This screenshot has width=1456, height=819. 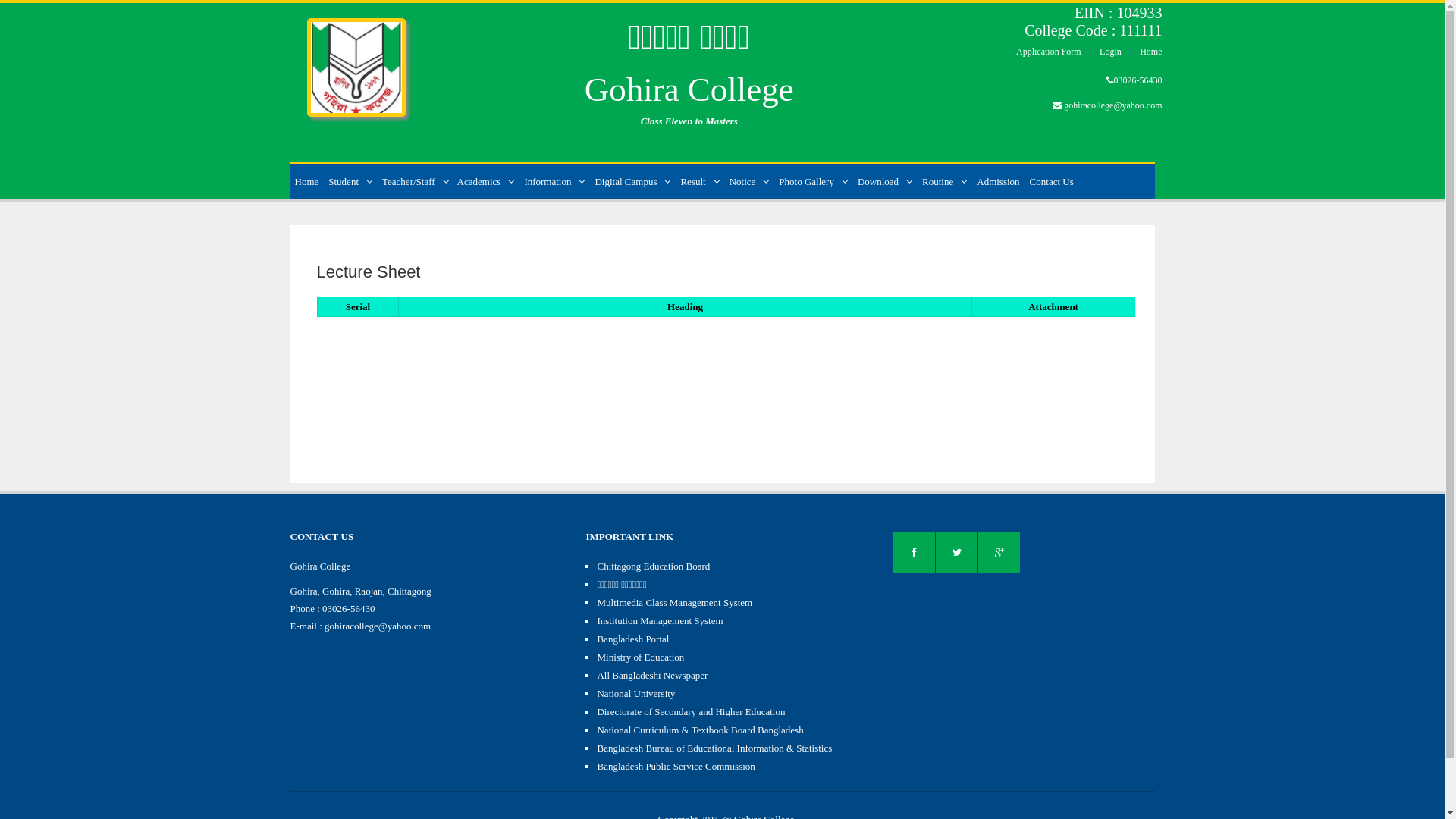 I want to click on 'Institution Management System', so click(x=659, y=620).